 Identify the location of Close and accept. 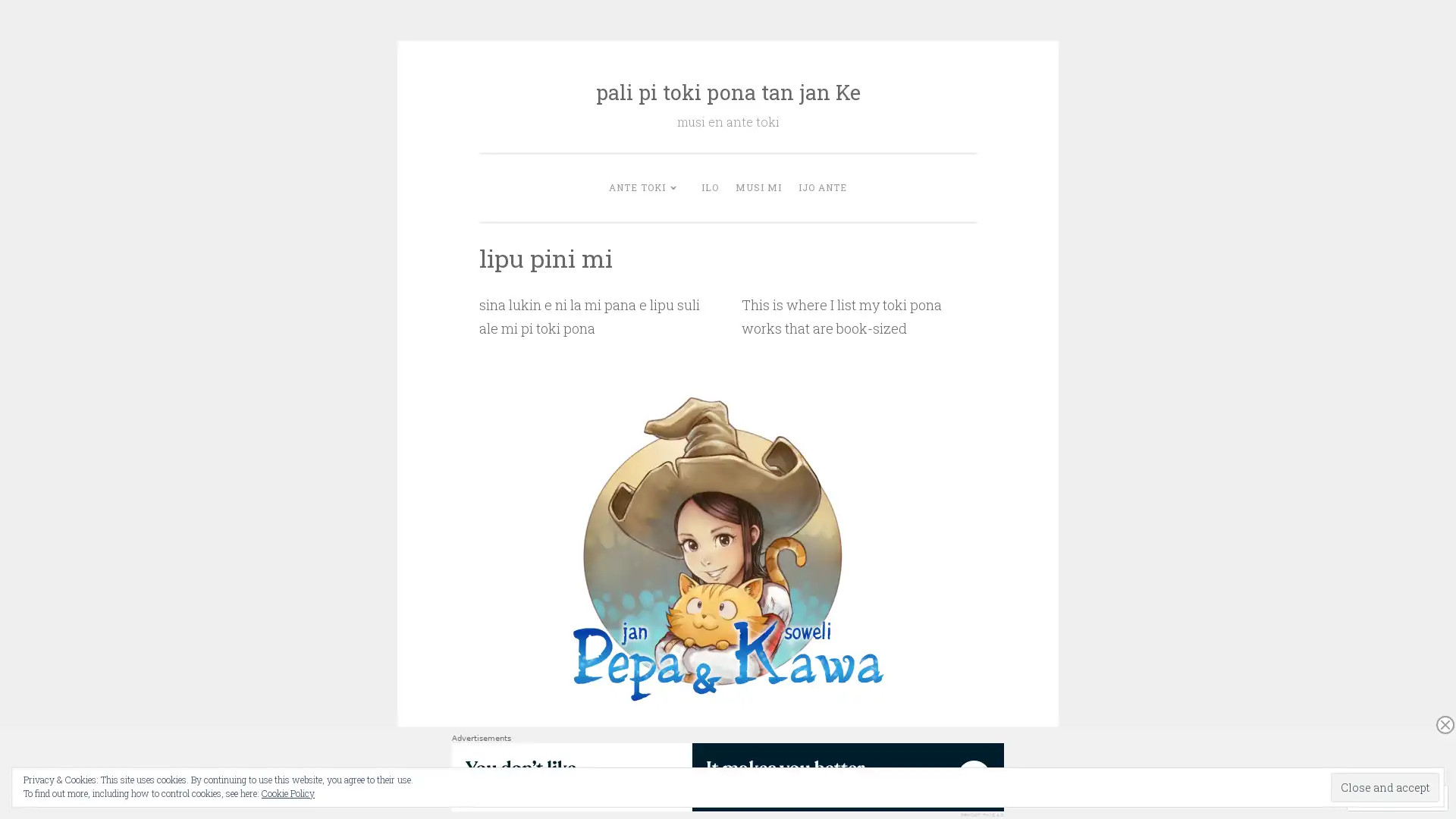
(1385, 786).